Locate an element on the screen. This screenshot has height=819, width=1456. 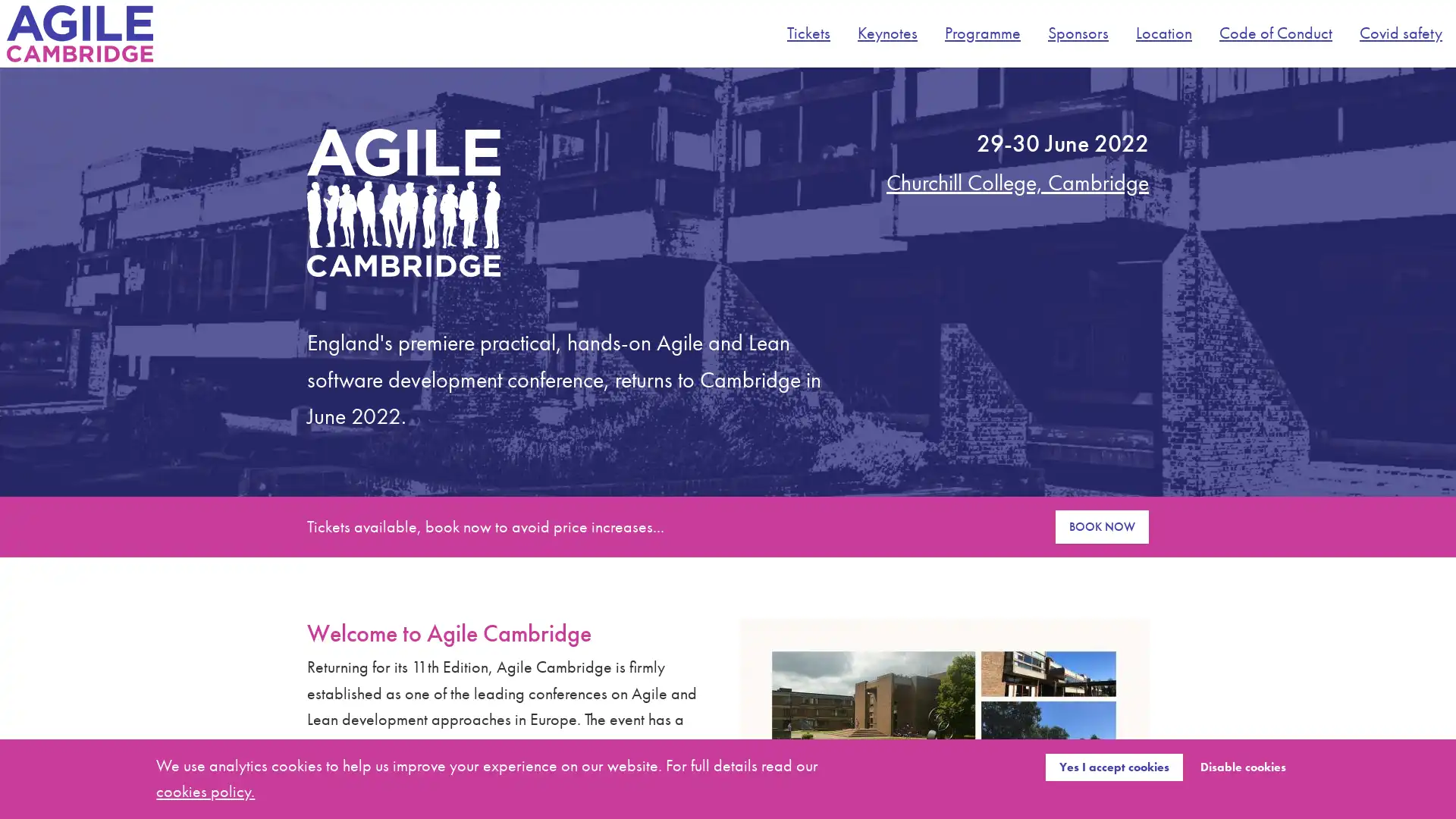
Disable cookies is located at coordinates (1242, 766).